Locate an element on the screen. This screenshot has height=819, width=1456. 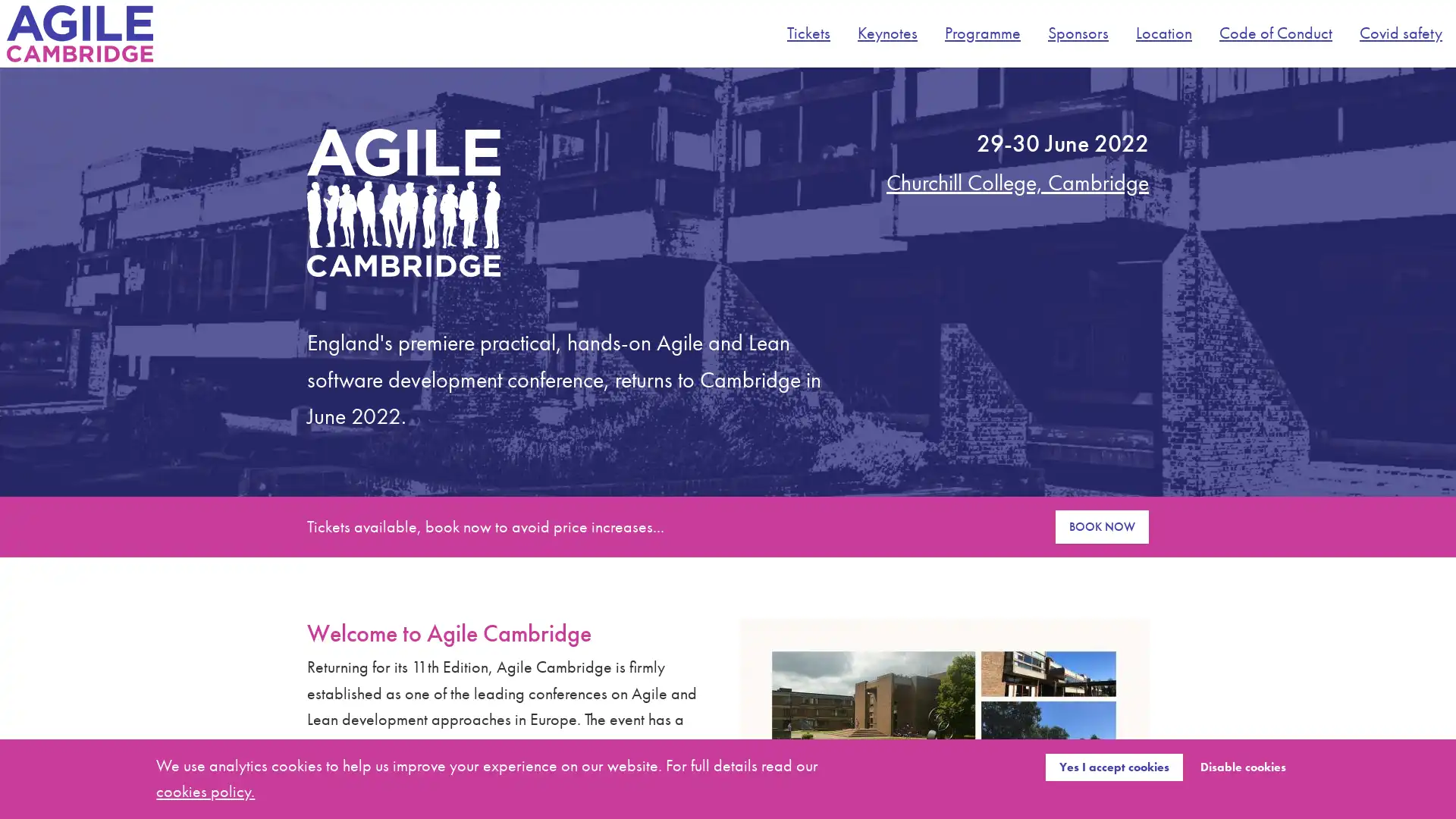
Disable cookies is located at coordinates (1242, 766).